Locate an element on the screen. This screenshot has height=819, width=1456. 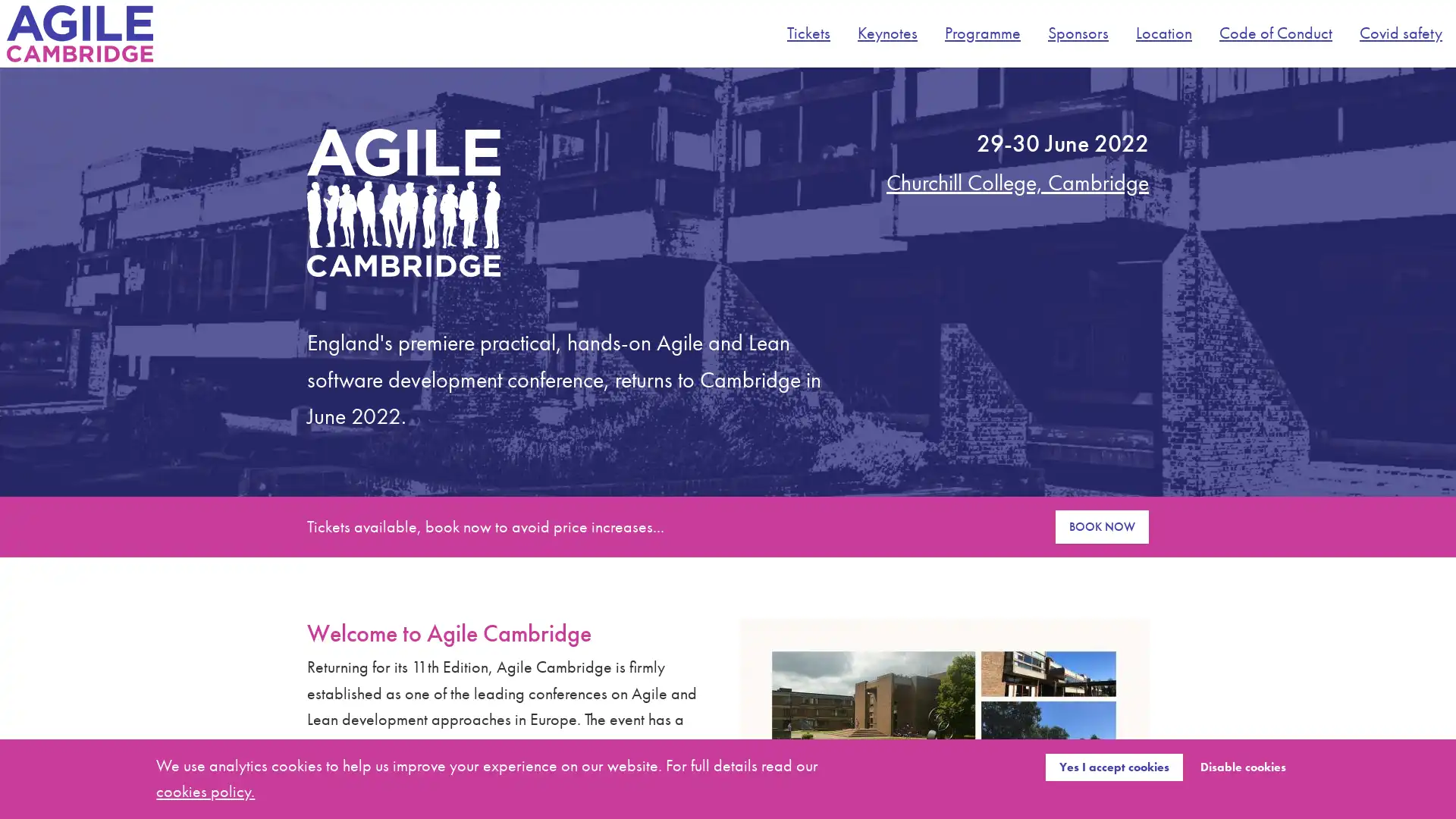
Disable cookies is located at coordinates (1242, 766).